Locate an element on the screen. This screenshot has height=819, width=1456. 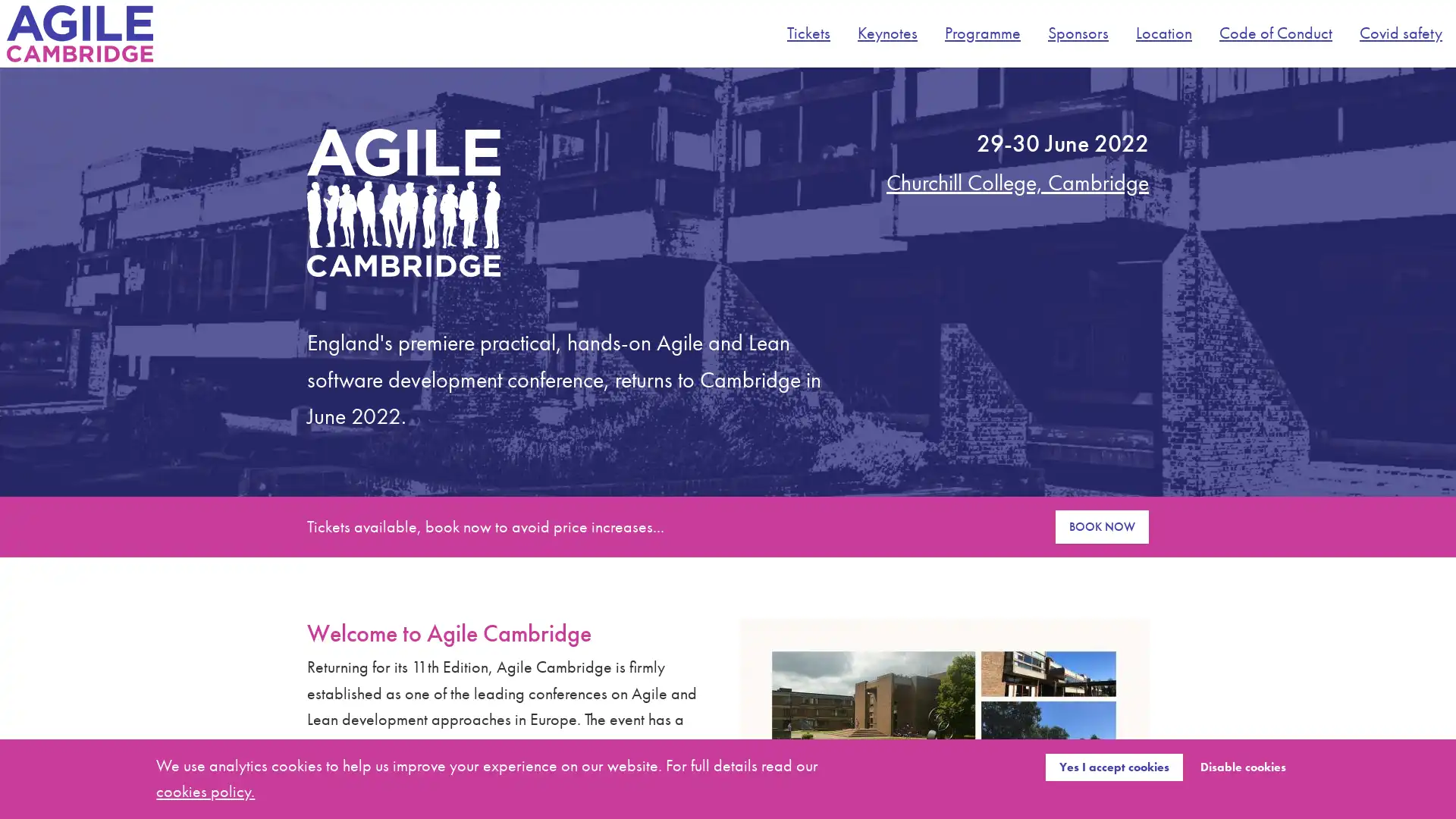
Disable cookies is located at coordinates (1242, 766).